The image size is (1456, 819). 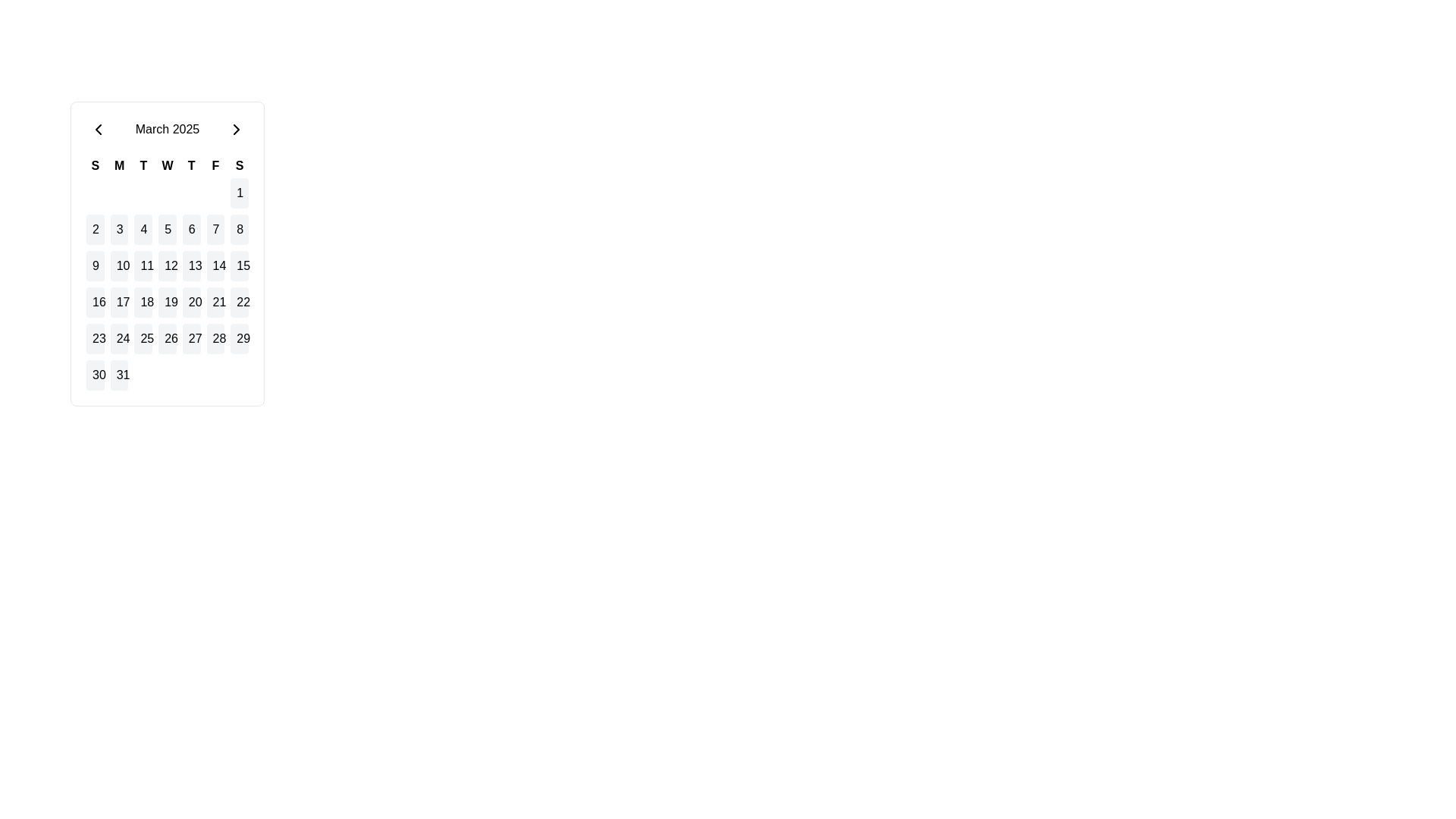 What do you see at coordinates (239, 230) in the screenshot?
I see `the rounded rectangular button displaying the number '8' in bold black text, located in the second row and seventh column of the calendar grid` at bounding box center [239, 230].